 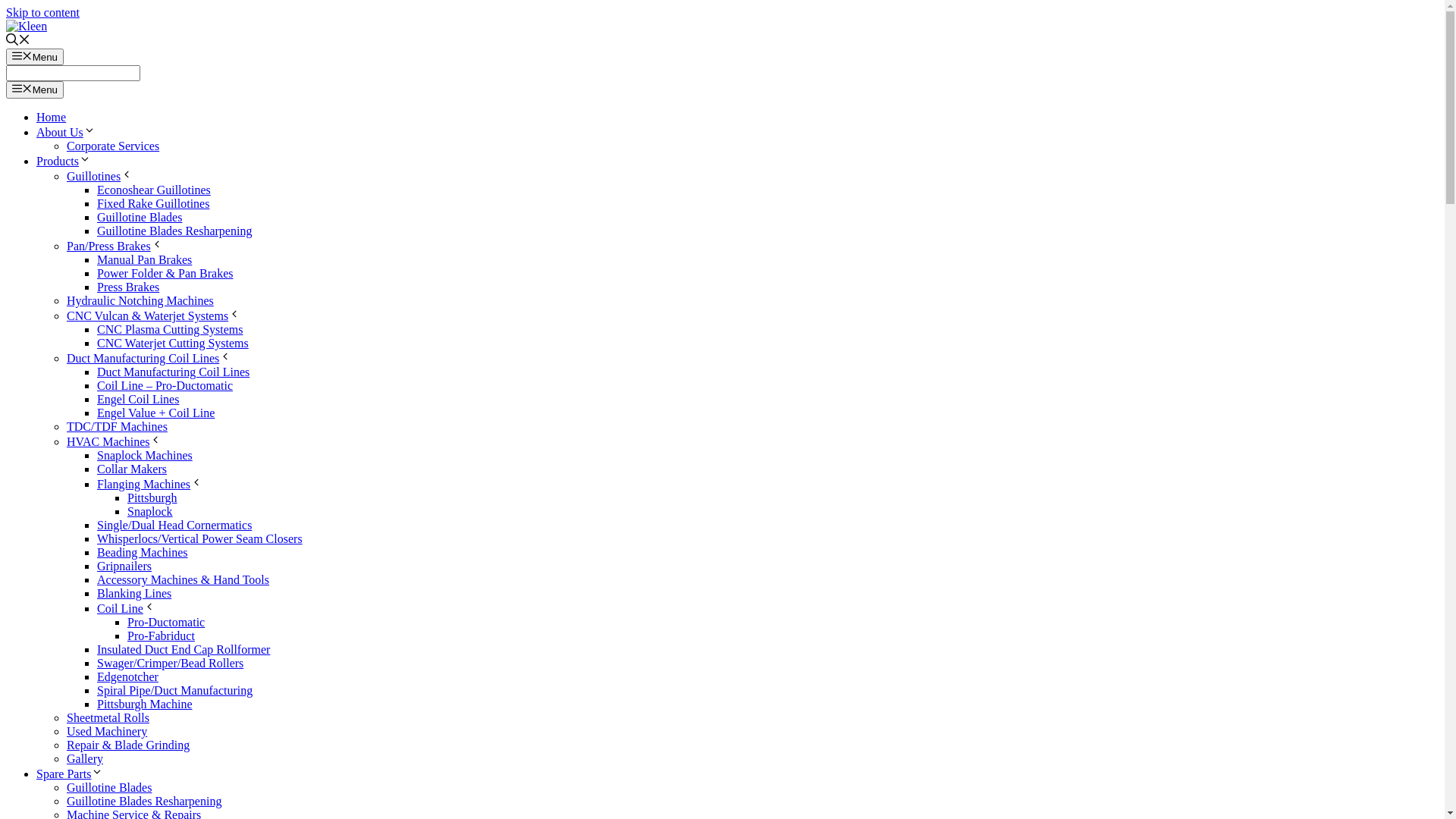 What do you see at coordinates (174, 690) in the screenshot?
I see `'Spiral Pipe/Duct Manufacturing'` at bounding box center [174, 690].